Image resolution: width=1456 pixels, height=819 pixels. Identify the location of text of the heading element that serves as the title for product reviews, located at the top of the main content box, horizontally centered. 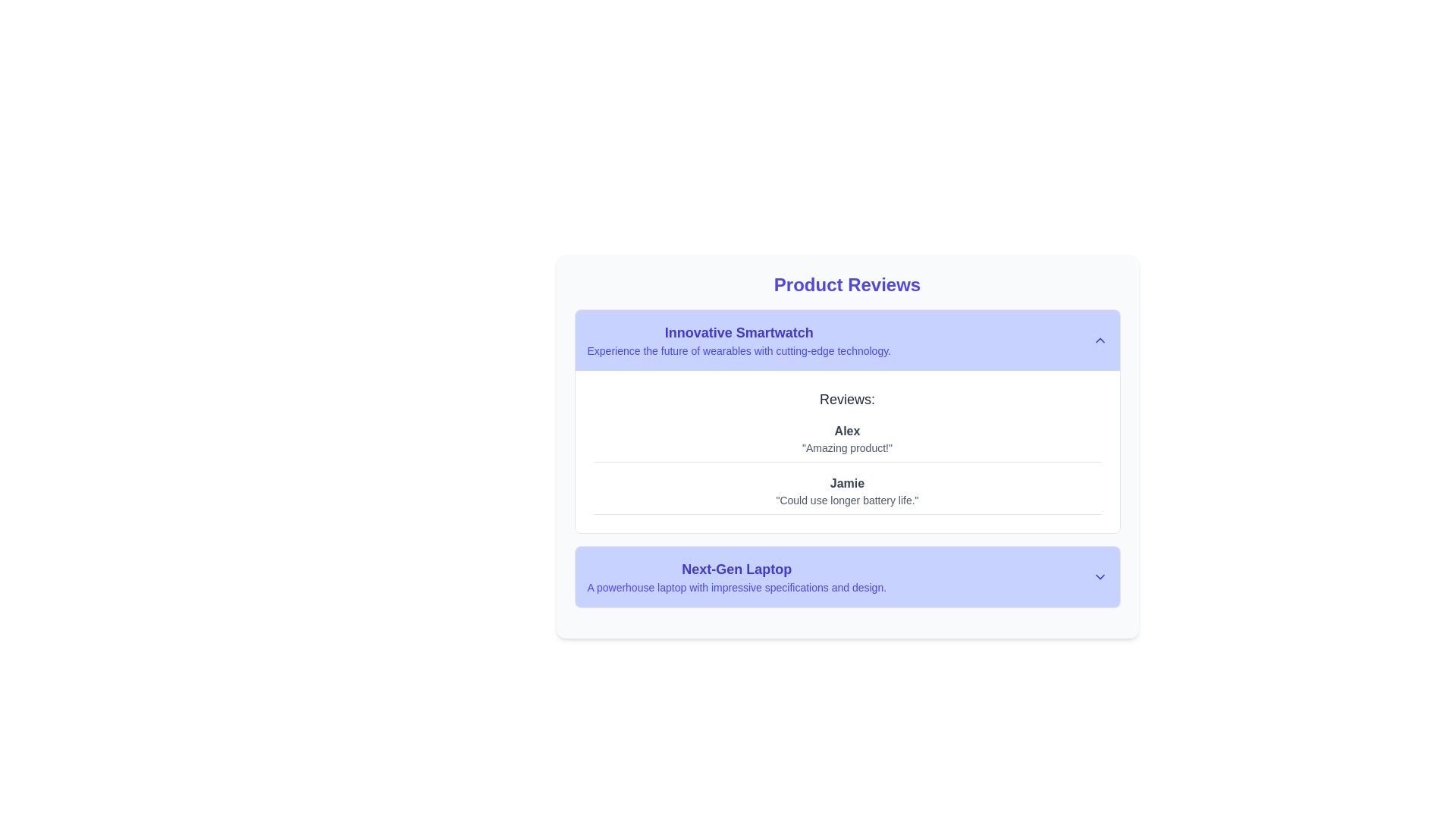
(846, 284).